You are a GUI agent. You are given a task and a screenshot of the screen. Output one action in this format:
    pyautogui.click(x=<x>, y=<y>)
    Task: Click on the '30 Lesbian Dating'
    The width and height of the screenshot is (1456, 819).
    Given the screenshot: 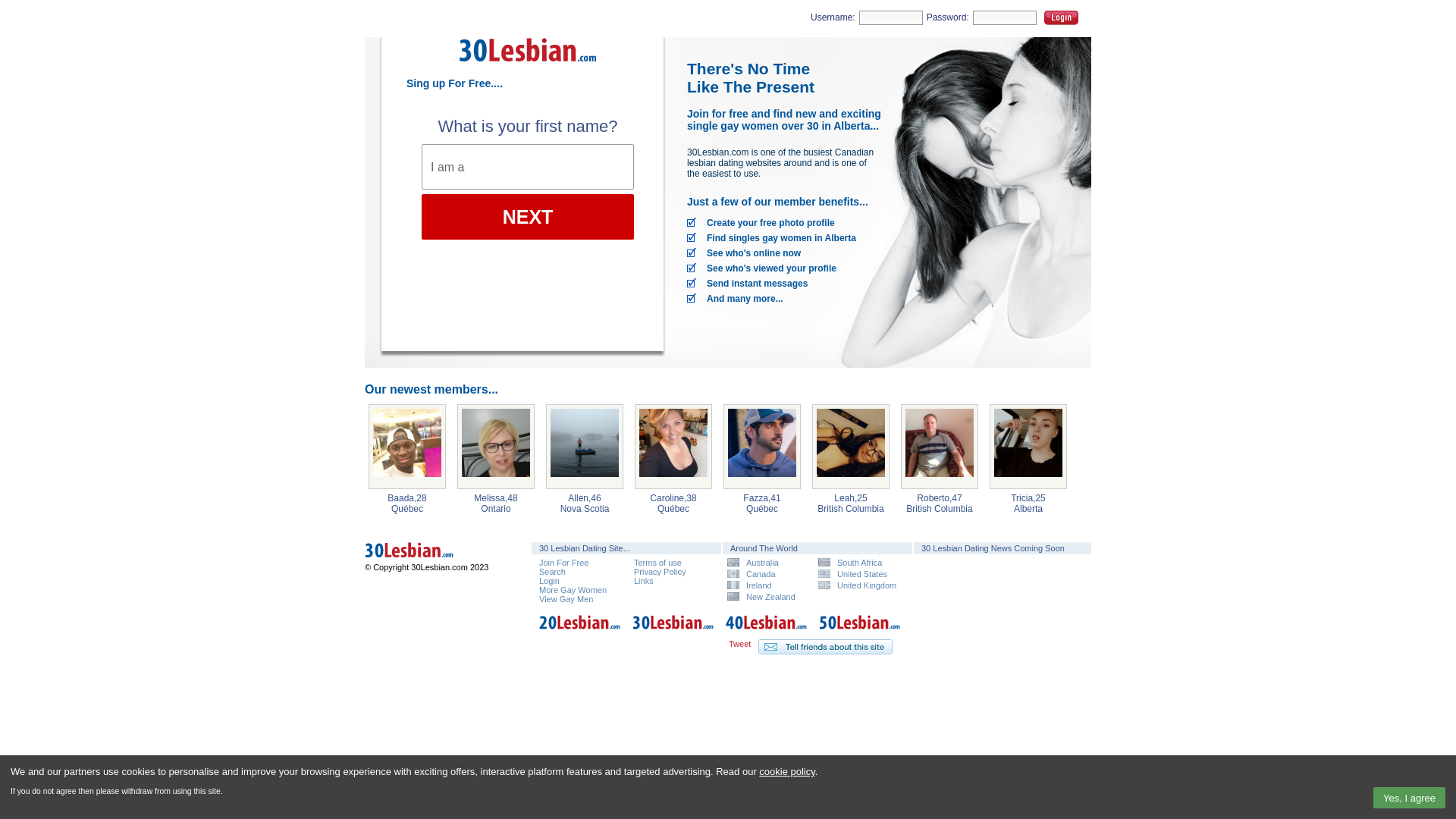 What is the action you would take?
    pyautogui.click(x=528, y=66)
    